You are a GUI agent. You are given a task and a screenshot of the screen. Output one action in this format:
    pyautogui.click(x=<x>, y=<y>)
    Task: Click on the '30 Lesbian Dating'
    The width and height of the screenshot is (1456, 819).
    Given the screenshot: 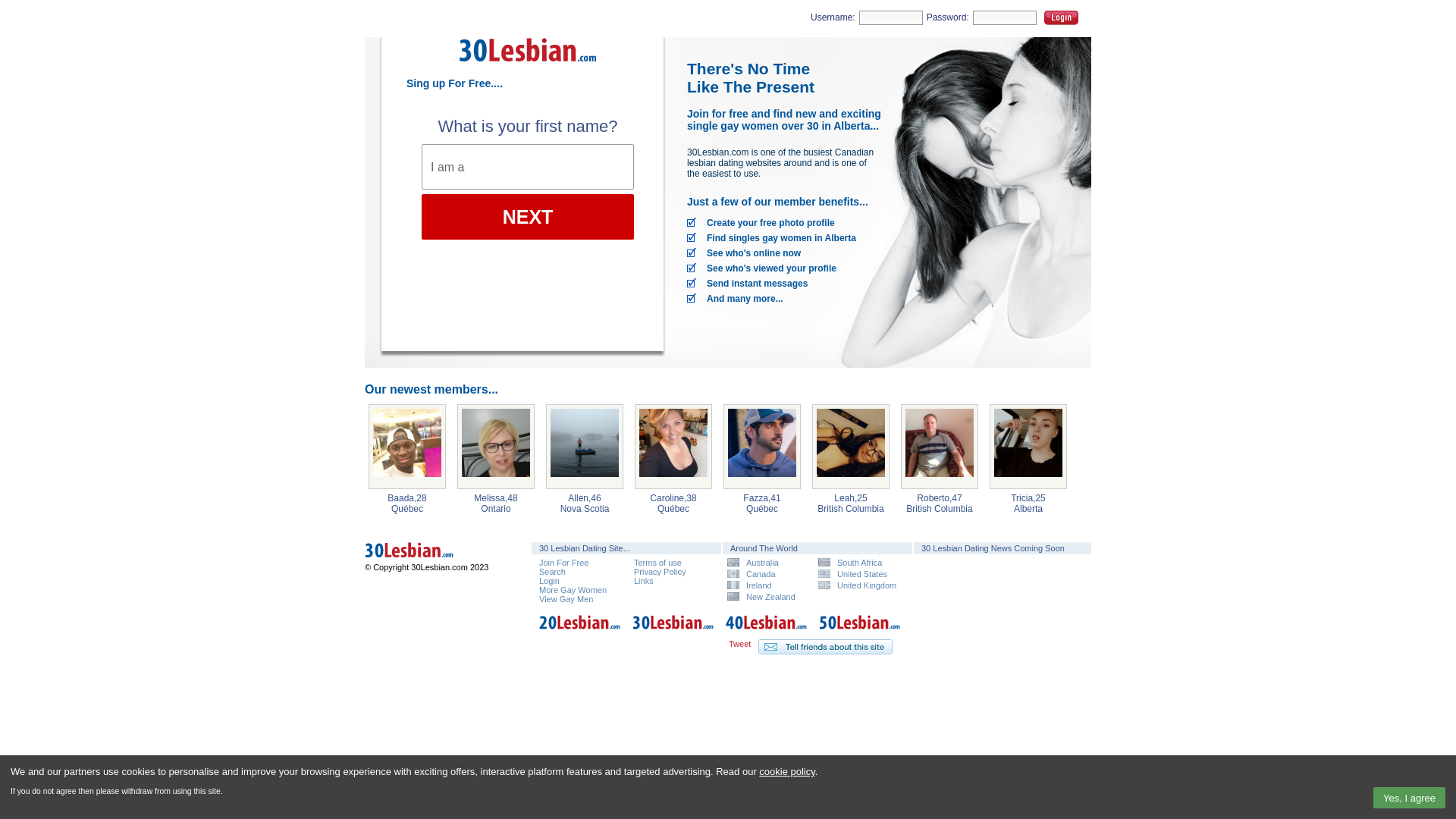 What is the action you would take?
    pyautogui.click(x=528, y=66)
    